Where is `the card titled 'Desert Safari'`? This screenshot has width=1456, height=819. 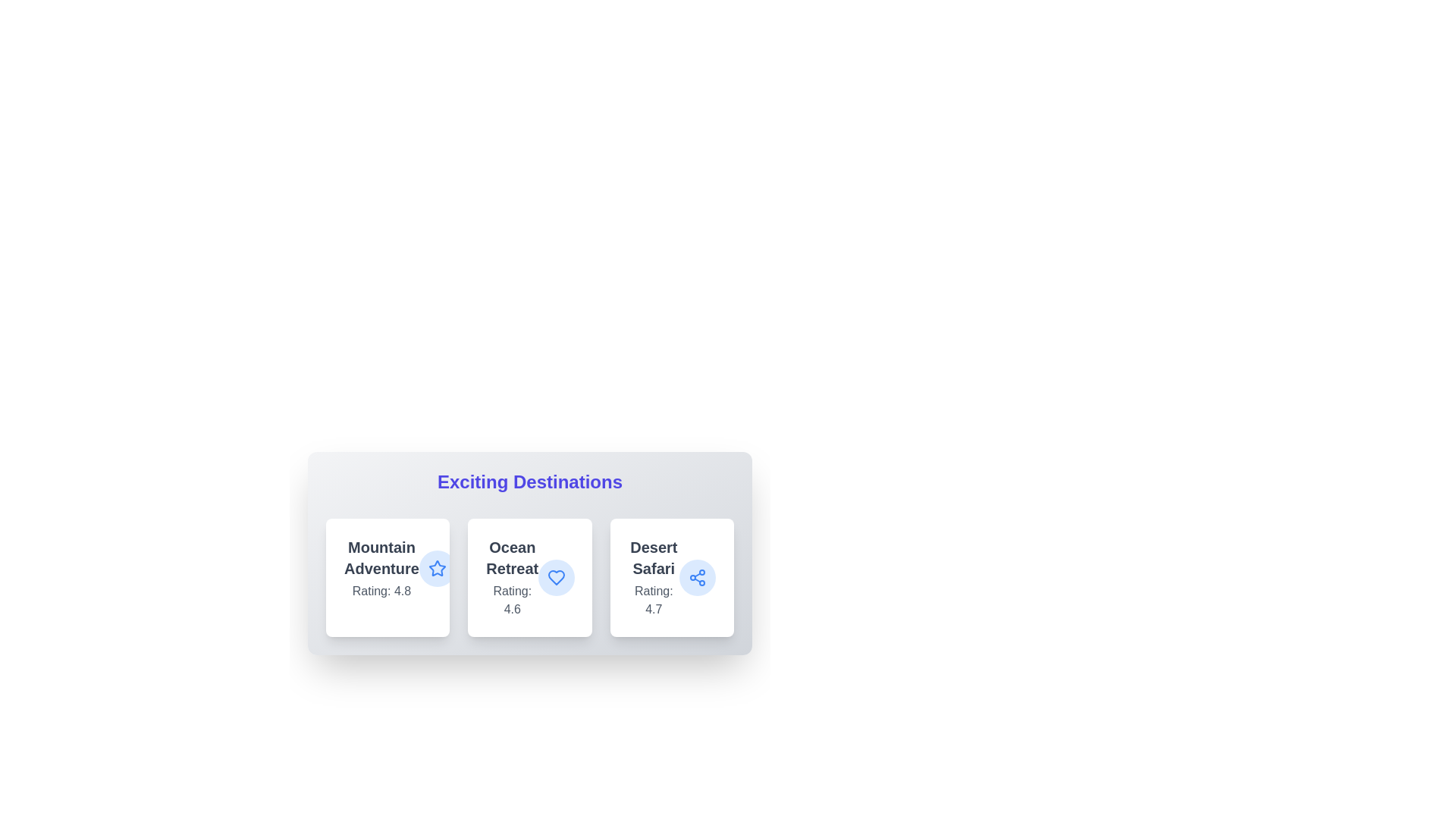 the card titled 'Desert Safari' is located at coordinates (671, 578).